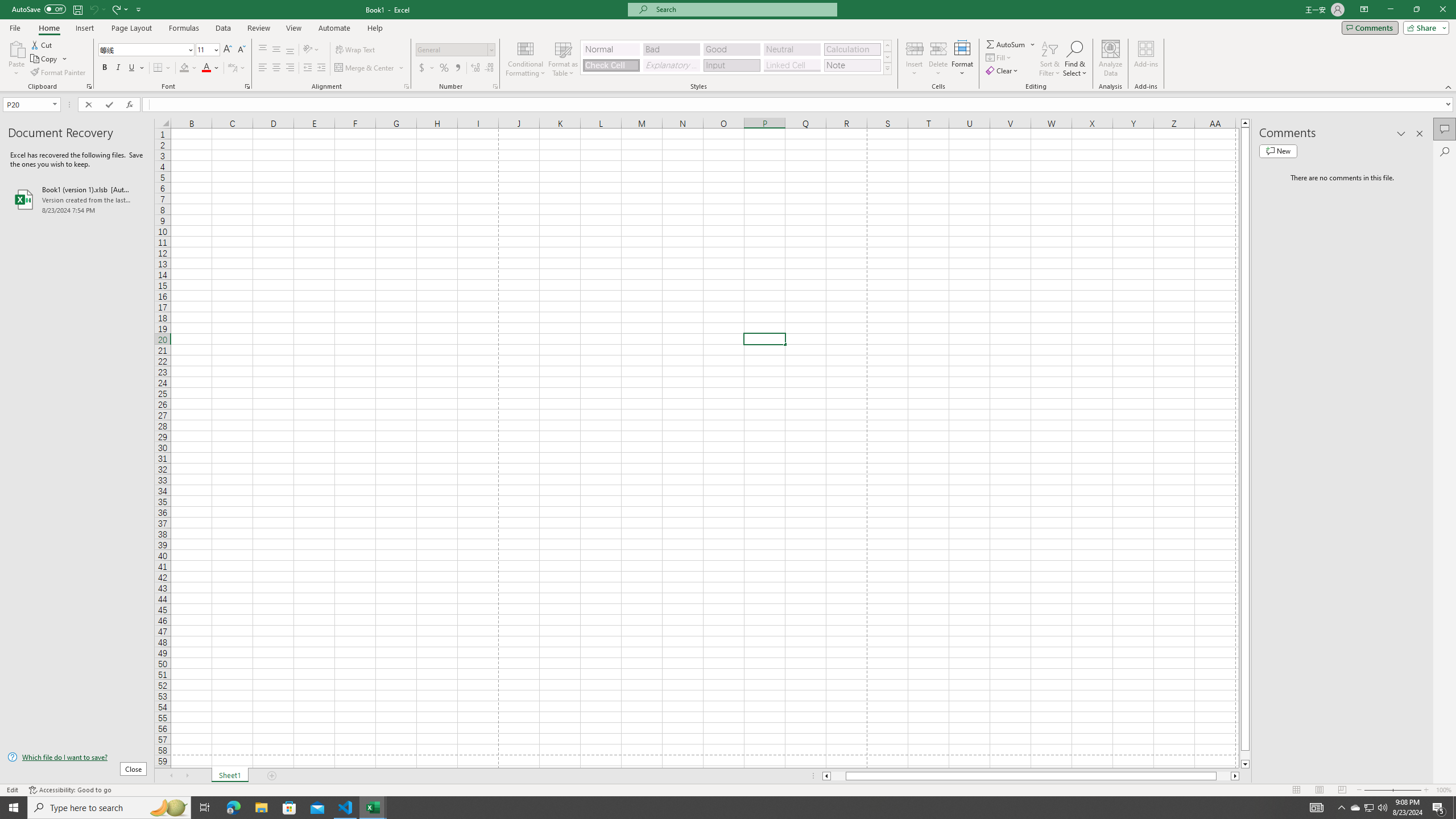  I want to click on 'Collapse the Ribbon', so click(1449, 87).